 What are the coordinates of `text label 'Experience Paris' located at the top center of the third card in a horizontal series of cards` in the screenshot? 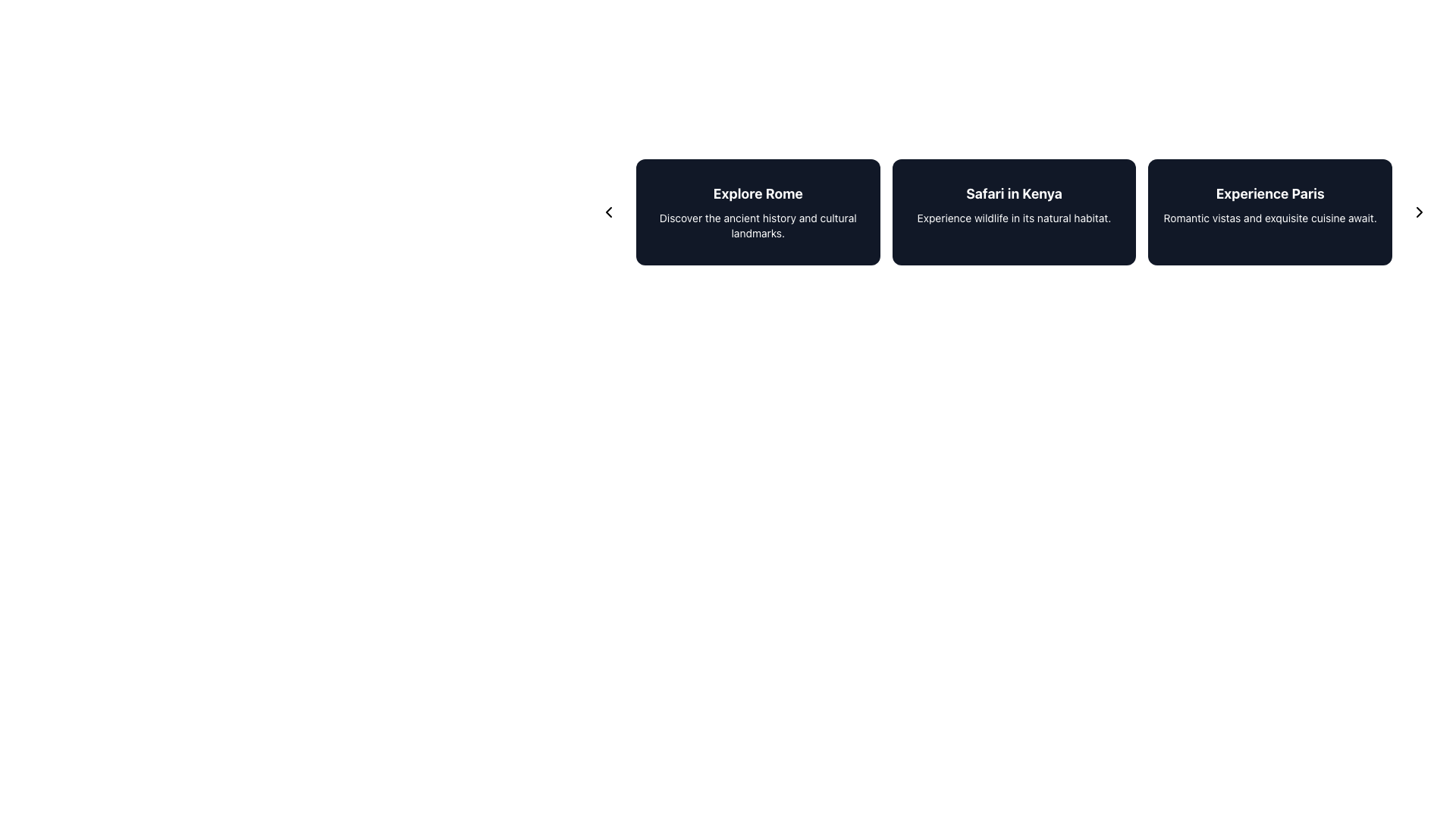 It's located at (1270, 193).